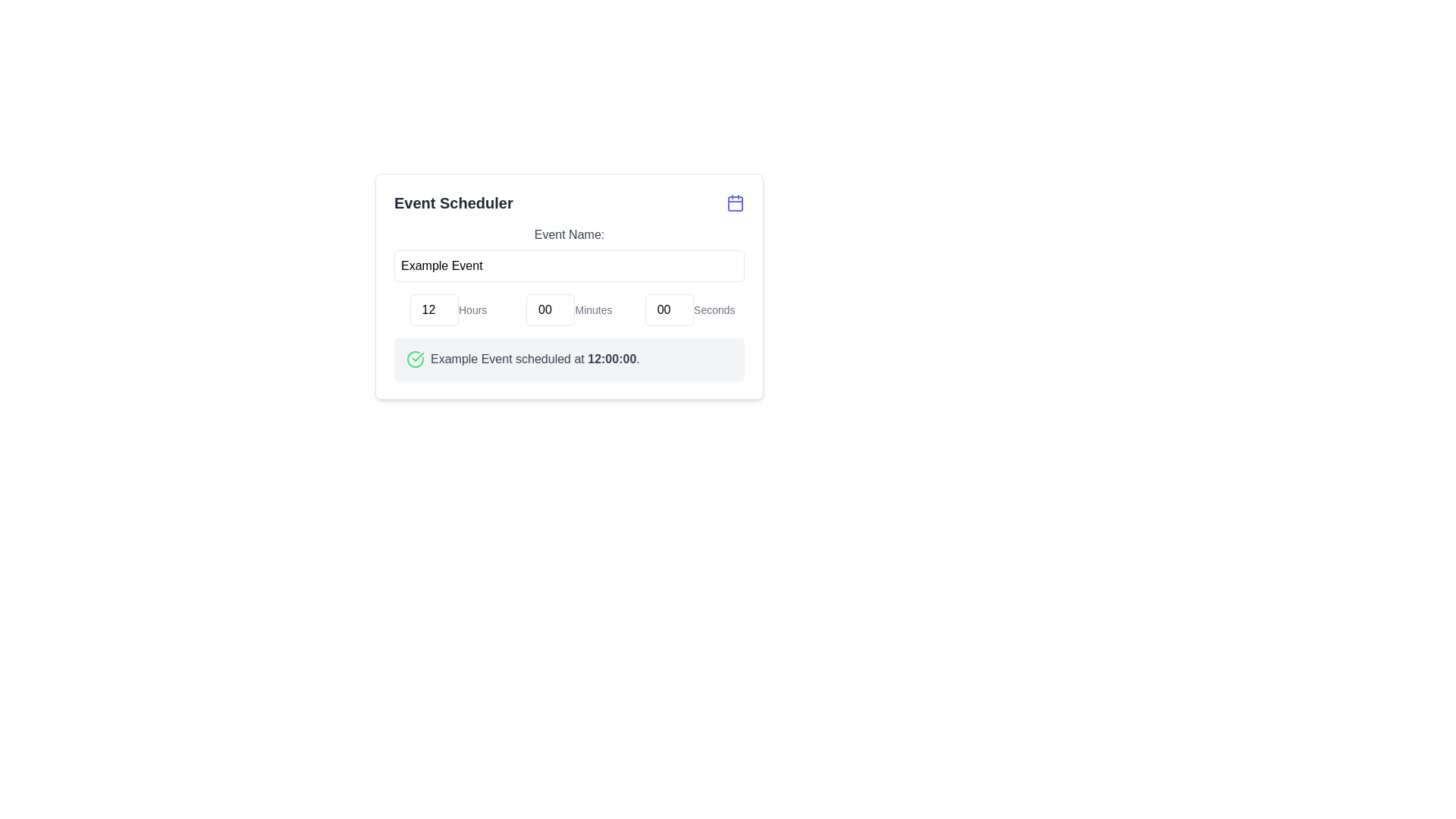  Describe the element at coordinates (592, 309) in the screenshot. I see `the Text label indicating the input box for minutes in the time selection, which is positioned between the minutes input and seconds input in a row layout` at that location.